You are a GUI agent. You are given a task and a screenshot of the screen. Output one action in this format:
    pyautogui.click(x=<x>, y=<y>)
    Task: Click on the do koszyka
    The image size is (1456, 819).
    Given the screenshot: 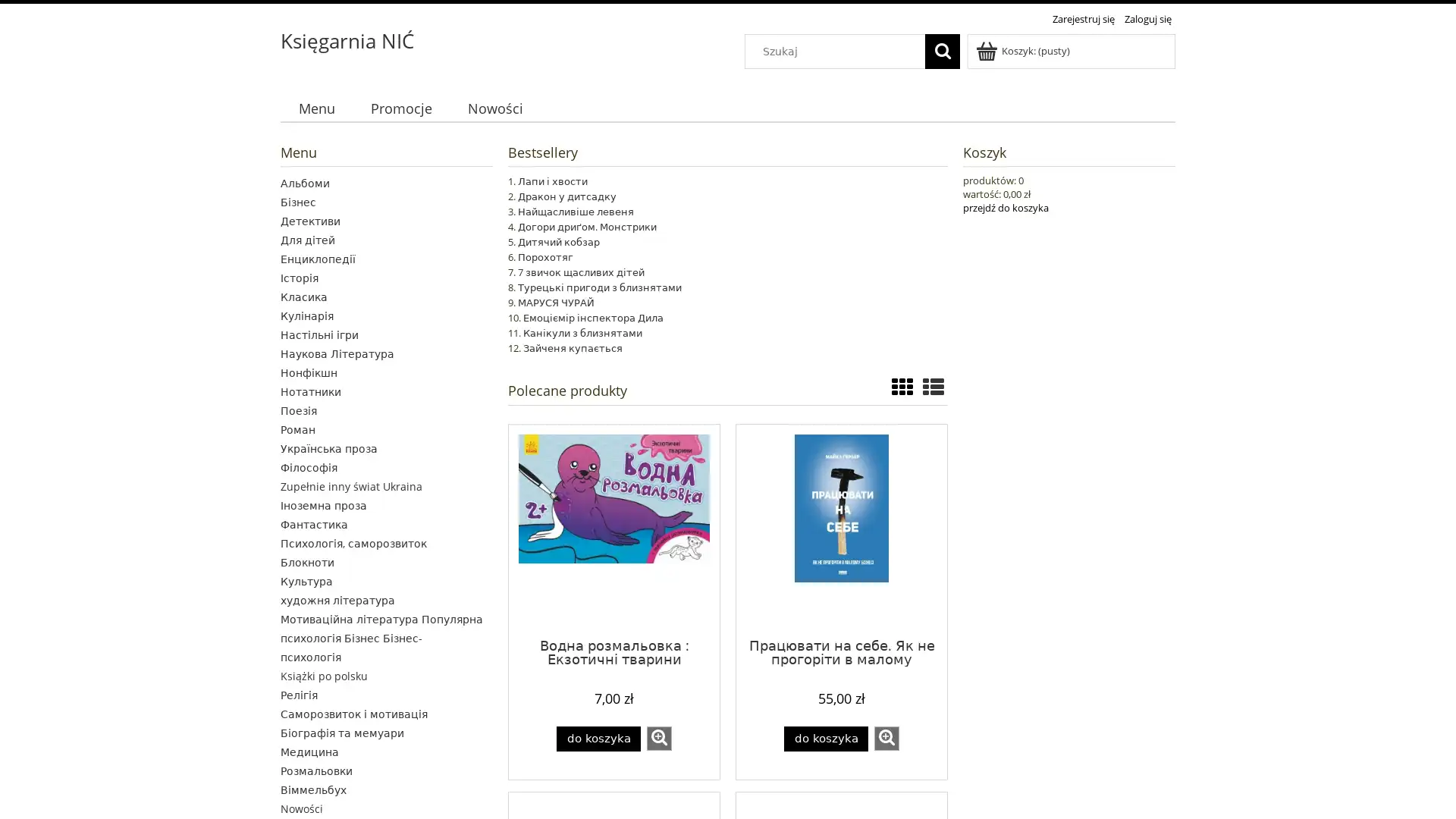 What is the action you would take?
    pyautogui.click(x=597, y=738)
    